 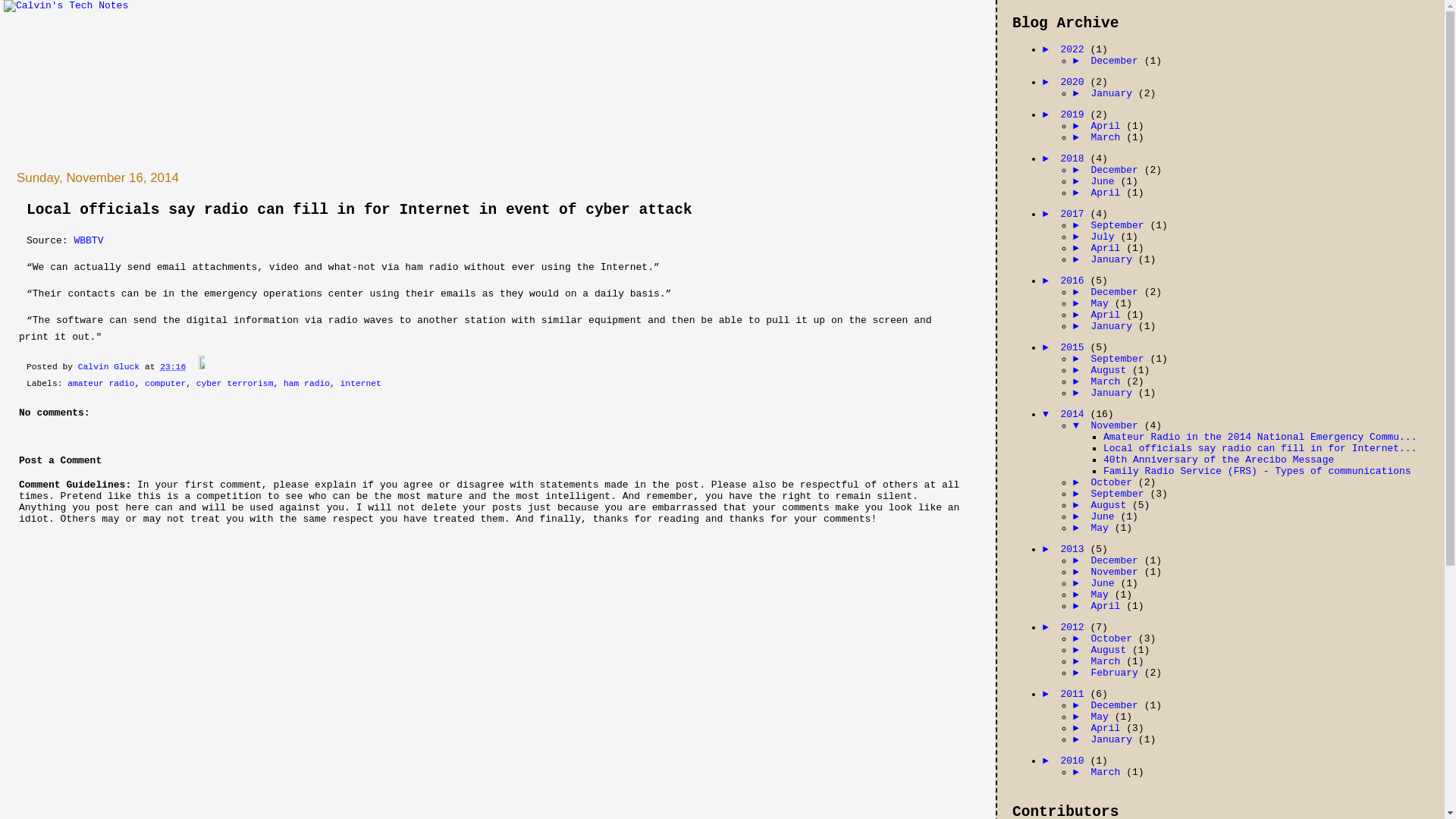 I want to click on 'computer', so click(x=165, y=382).